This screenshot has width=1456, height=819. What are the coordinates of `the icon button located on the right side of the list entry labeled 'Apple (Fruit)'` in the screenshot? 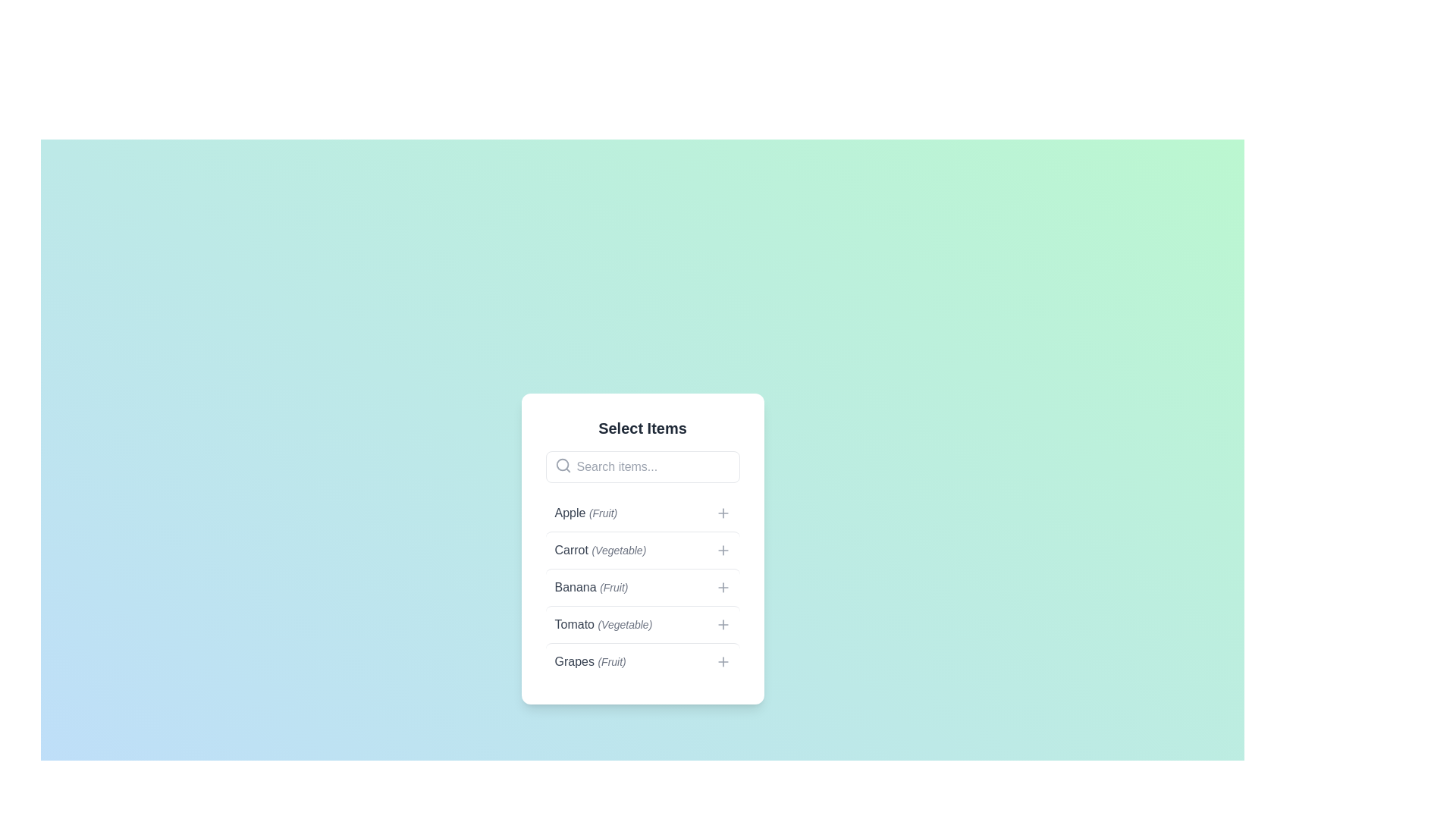 It's located at (722, 513).